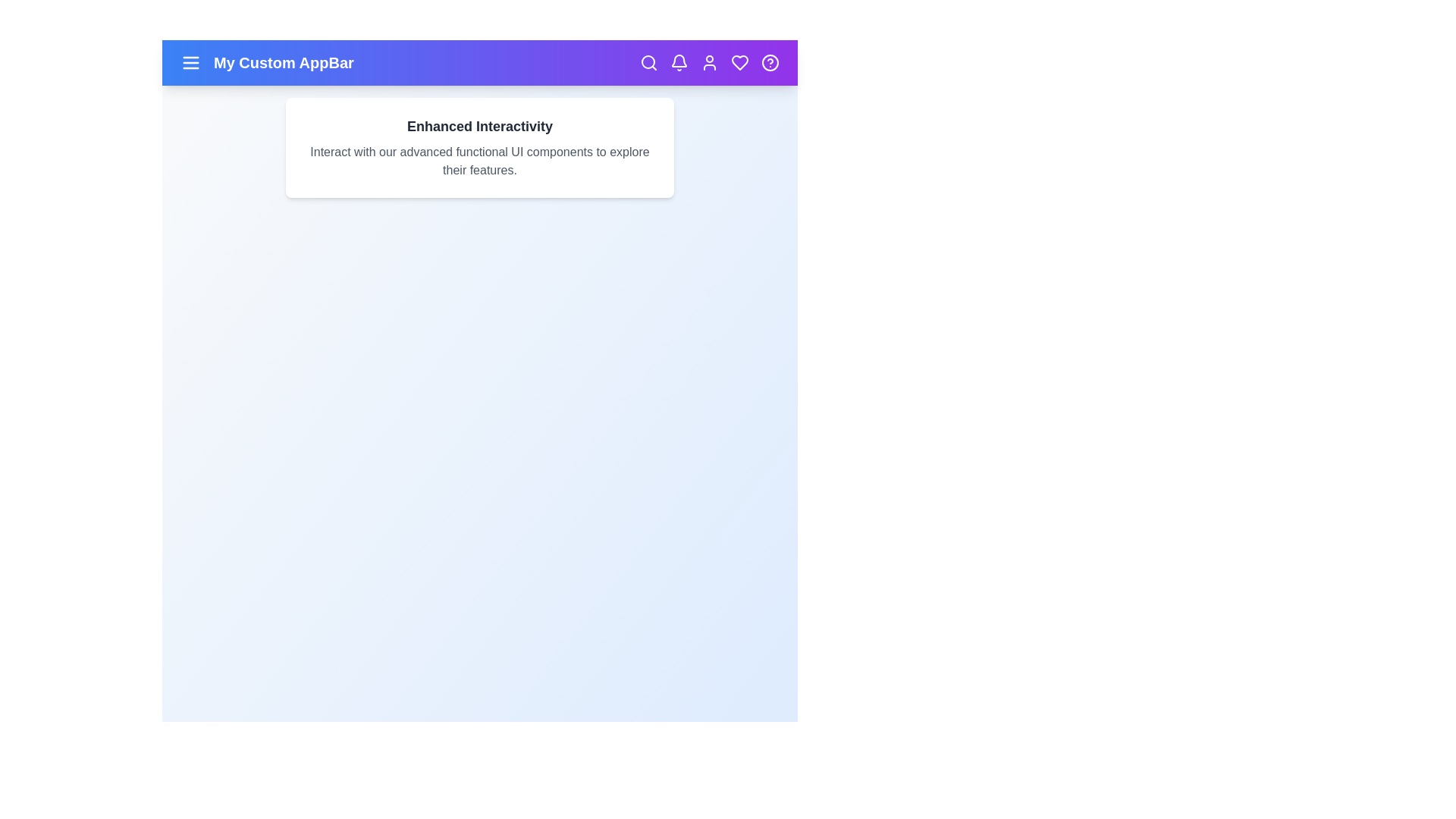  I want to click on the bell icon to open the notifications, so click(679, 62).